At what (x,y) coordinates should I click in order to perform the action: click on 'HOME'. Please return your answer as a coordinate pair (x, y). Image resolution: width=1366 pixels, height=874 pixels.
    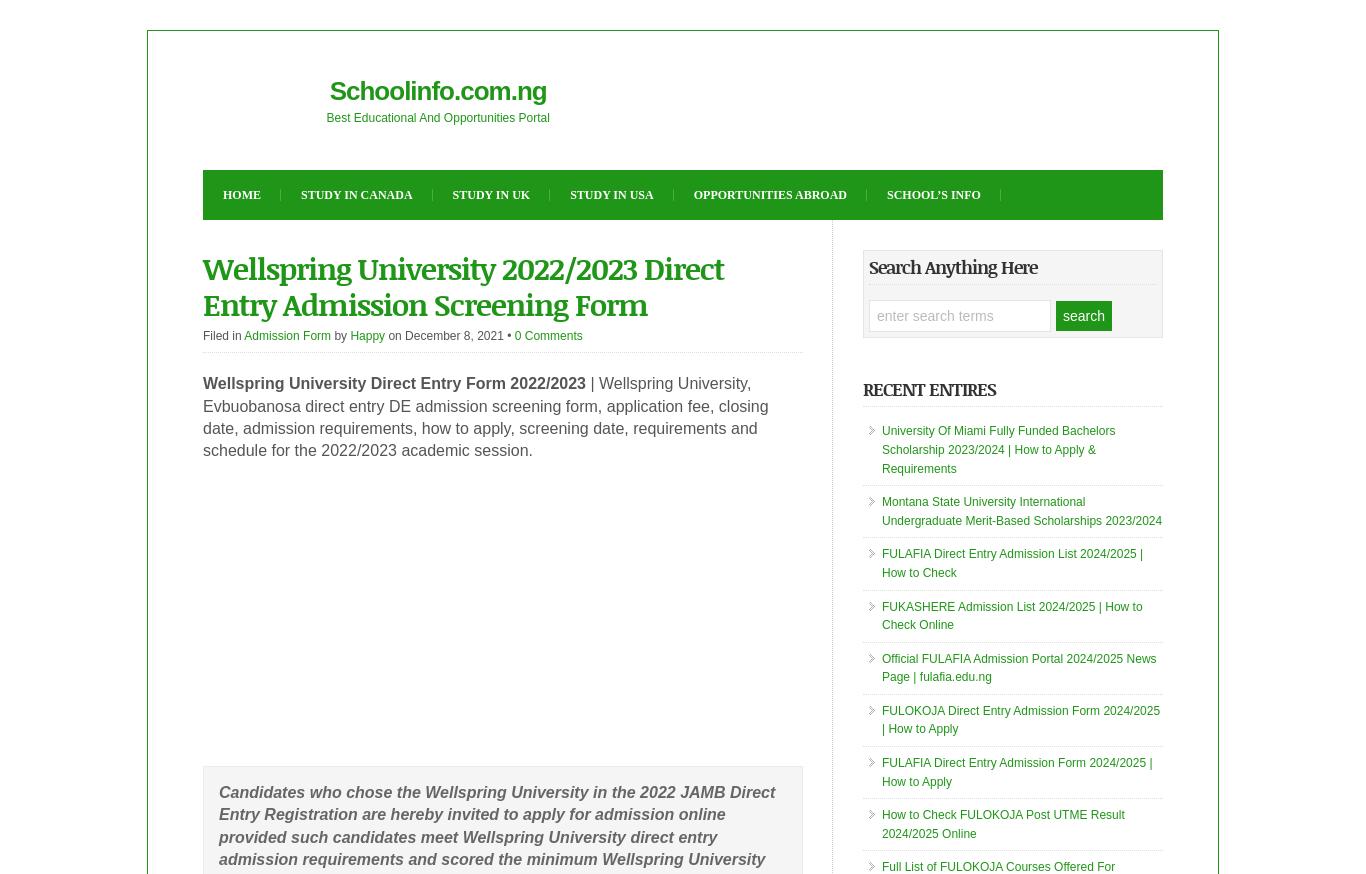
    Looking at the image, I should click on (242, 193).